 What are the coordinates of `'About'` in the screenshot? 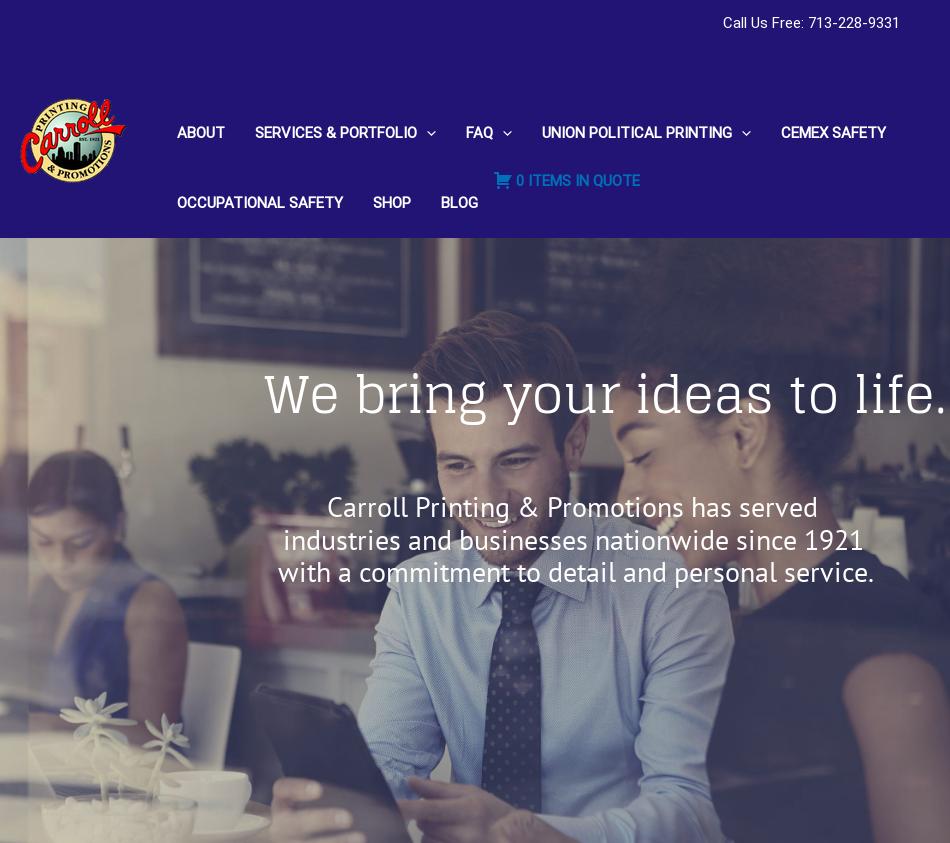 It's located at (201, 131).